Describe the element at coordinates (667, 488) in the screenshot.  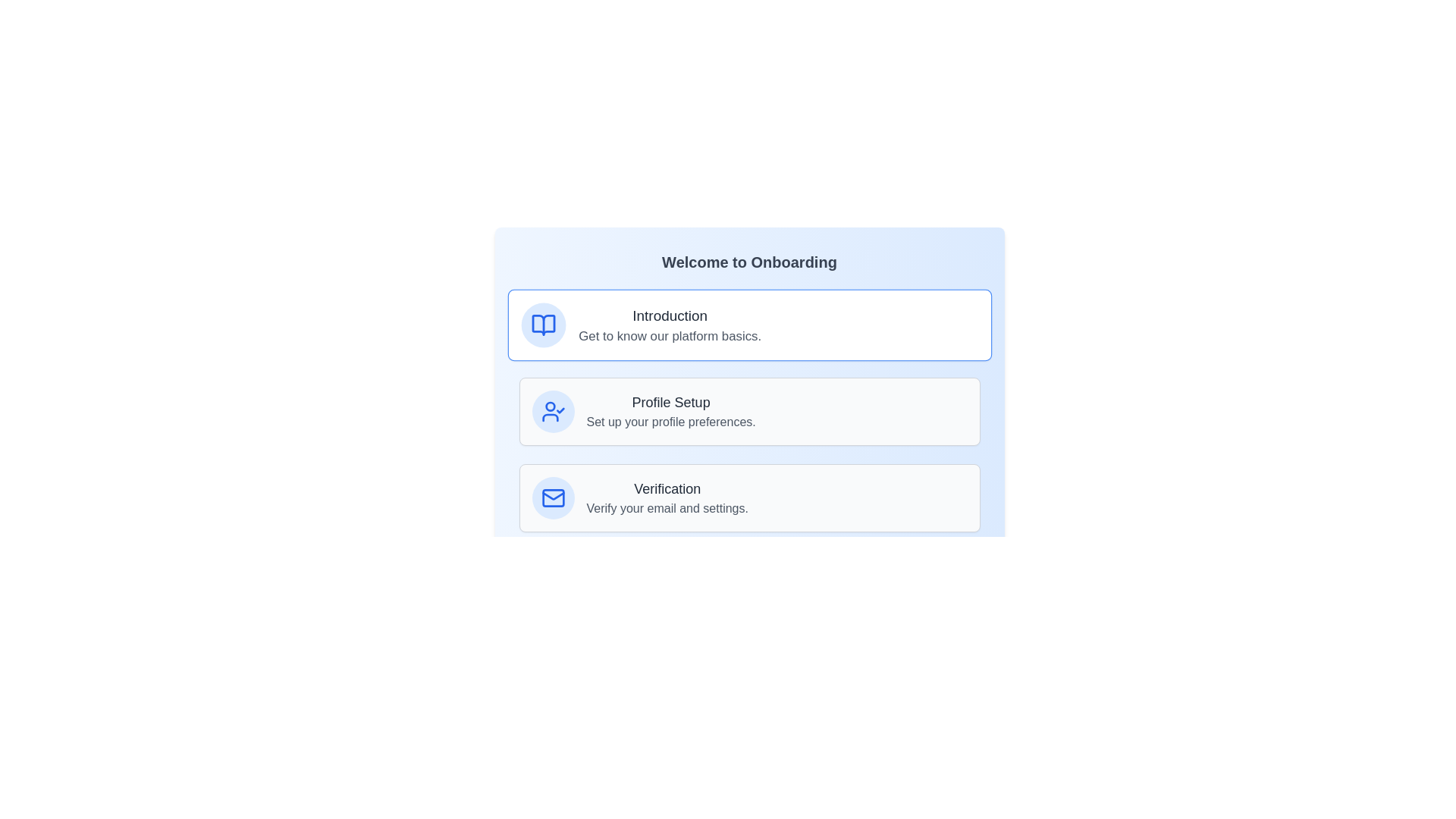
I see `the bold header text labeled 'Verification', which is the primary heading of its section, located in the third module of a vertical stack` at that location.